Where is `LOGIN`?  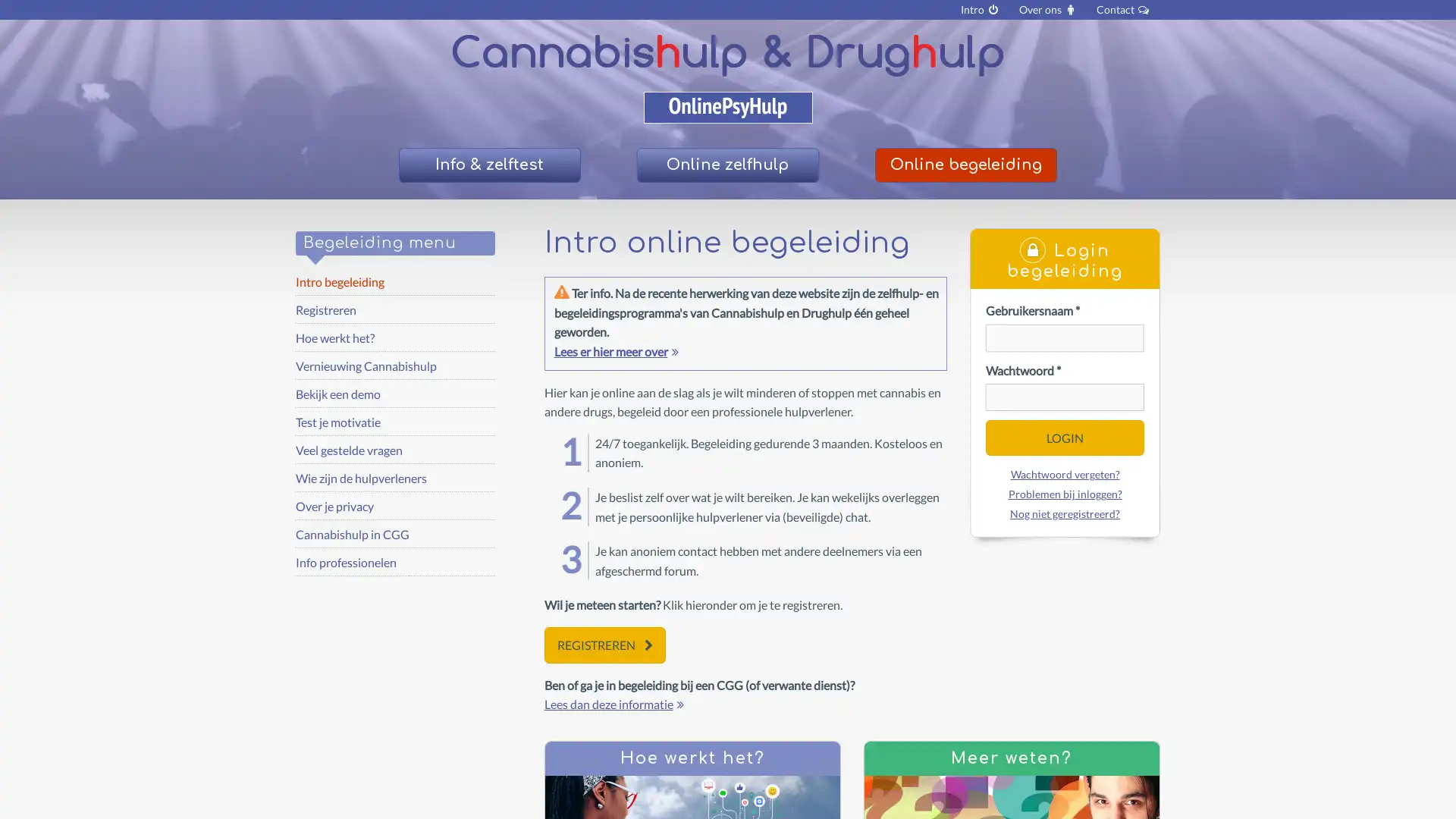
LOGIN is located at coordinates (1063, 438).